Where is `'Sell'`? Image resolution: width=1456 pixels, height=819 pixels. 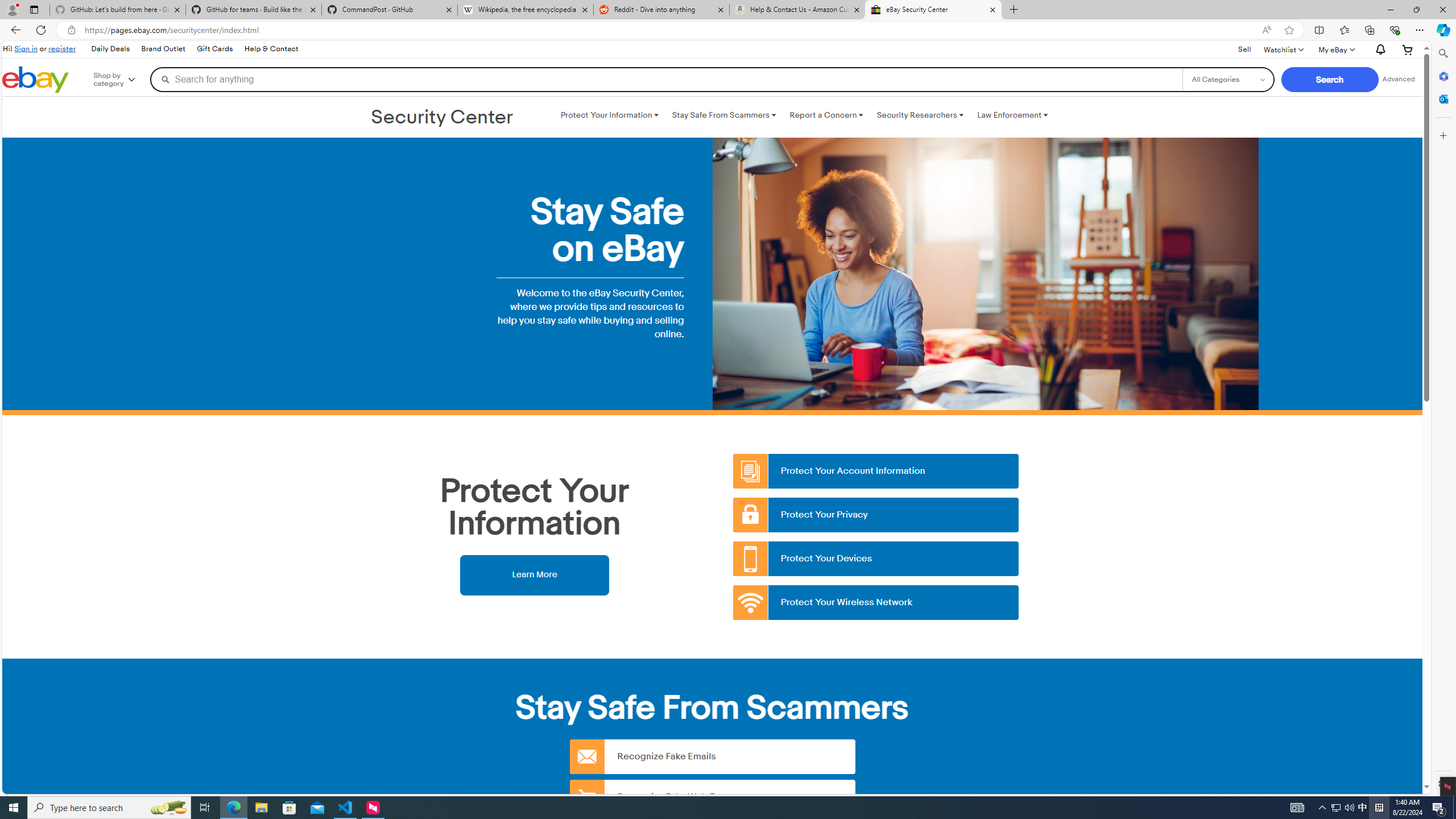
'Sell' is located at coordinates (1244, 49).